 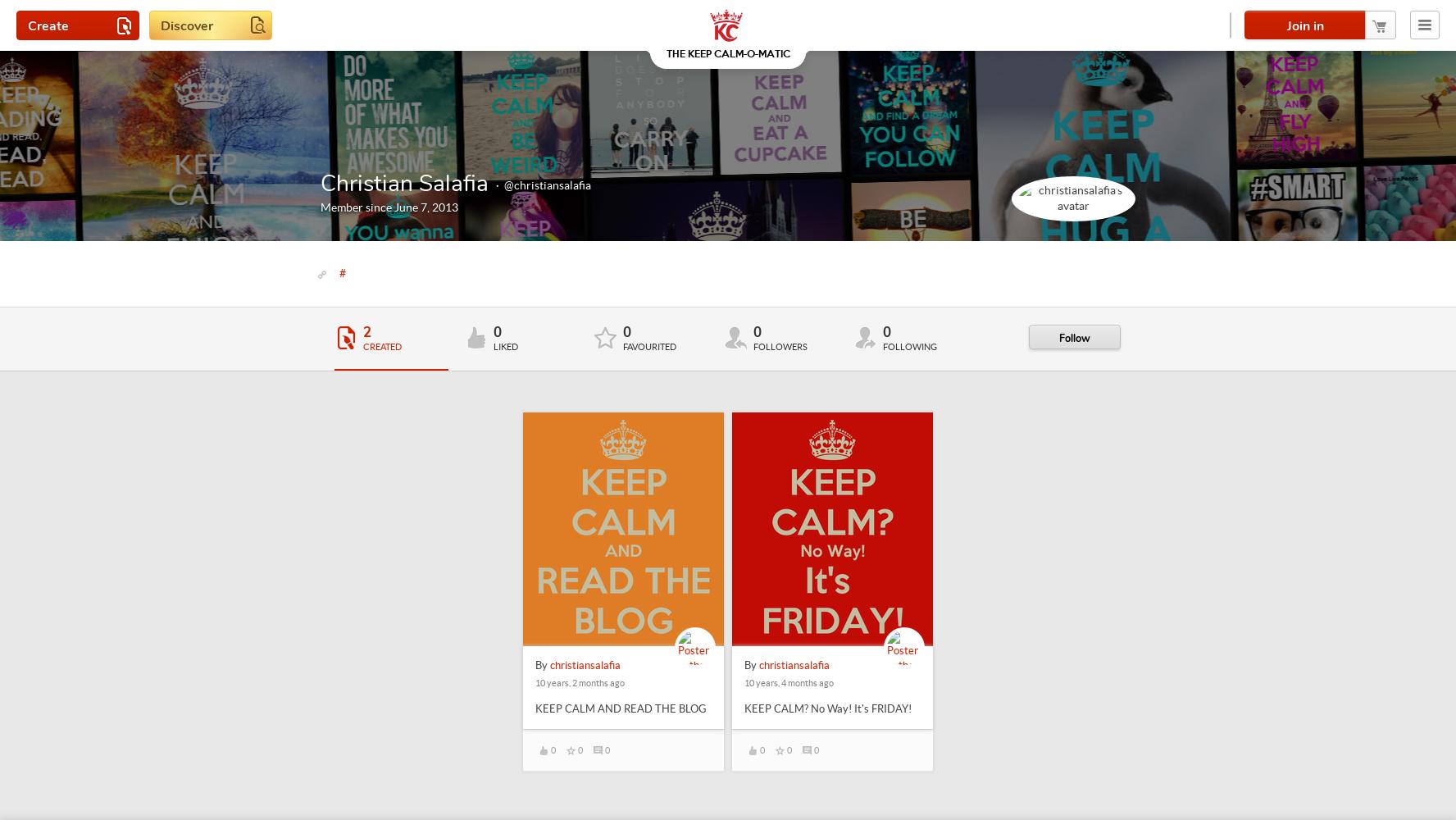 What do you see at coordinates (403, 183) in the screenshot?
I see `'Christian Salafia'` at bounding box center [403, 183].